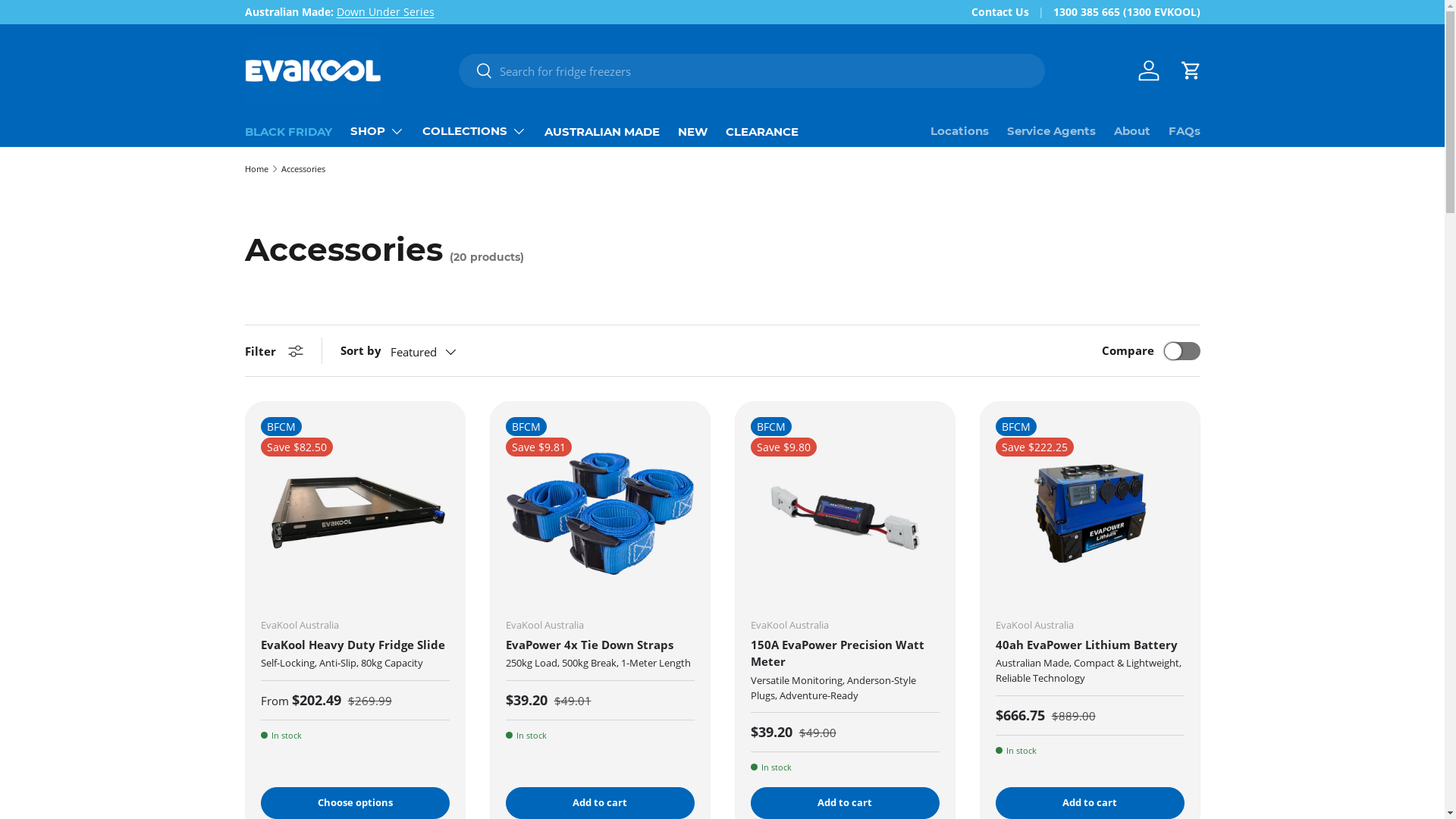 The height and width of the screenshot is (819, 1456). I want to click on 'Cart', so click(1189, 70).